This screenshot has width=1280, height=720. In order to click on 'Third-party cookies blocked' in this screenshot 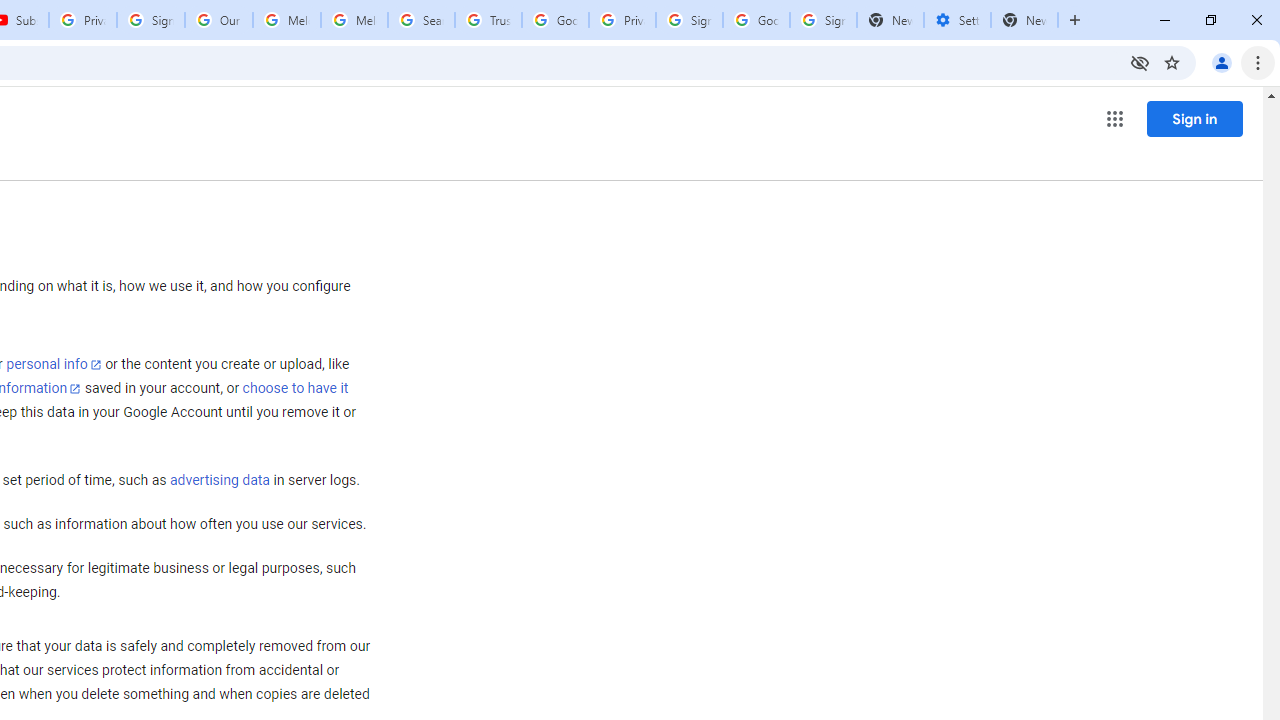, I will do `click(1139, 61)`.